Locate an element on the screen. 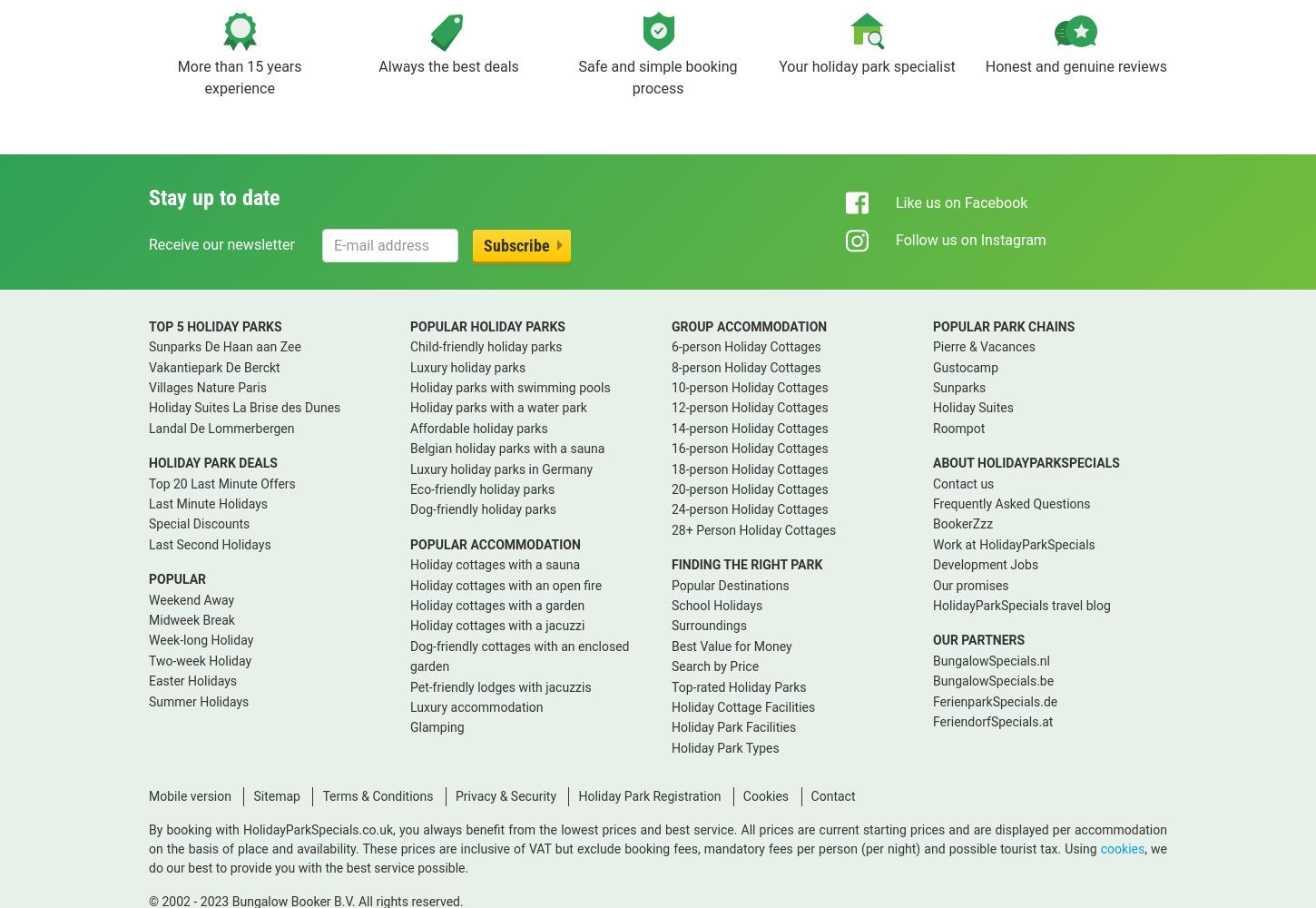  'Belgian holiday parks with a sauna' is located at coordinates (408, 448).